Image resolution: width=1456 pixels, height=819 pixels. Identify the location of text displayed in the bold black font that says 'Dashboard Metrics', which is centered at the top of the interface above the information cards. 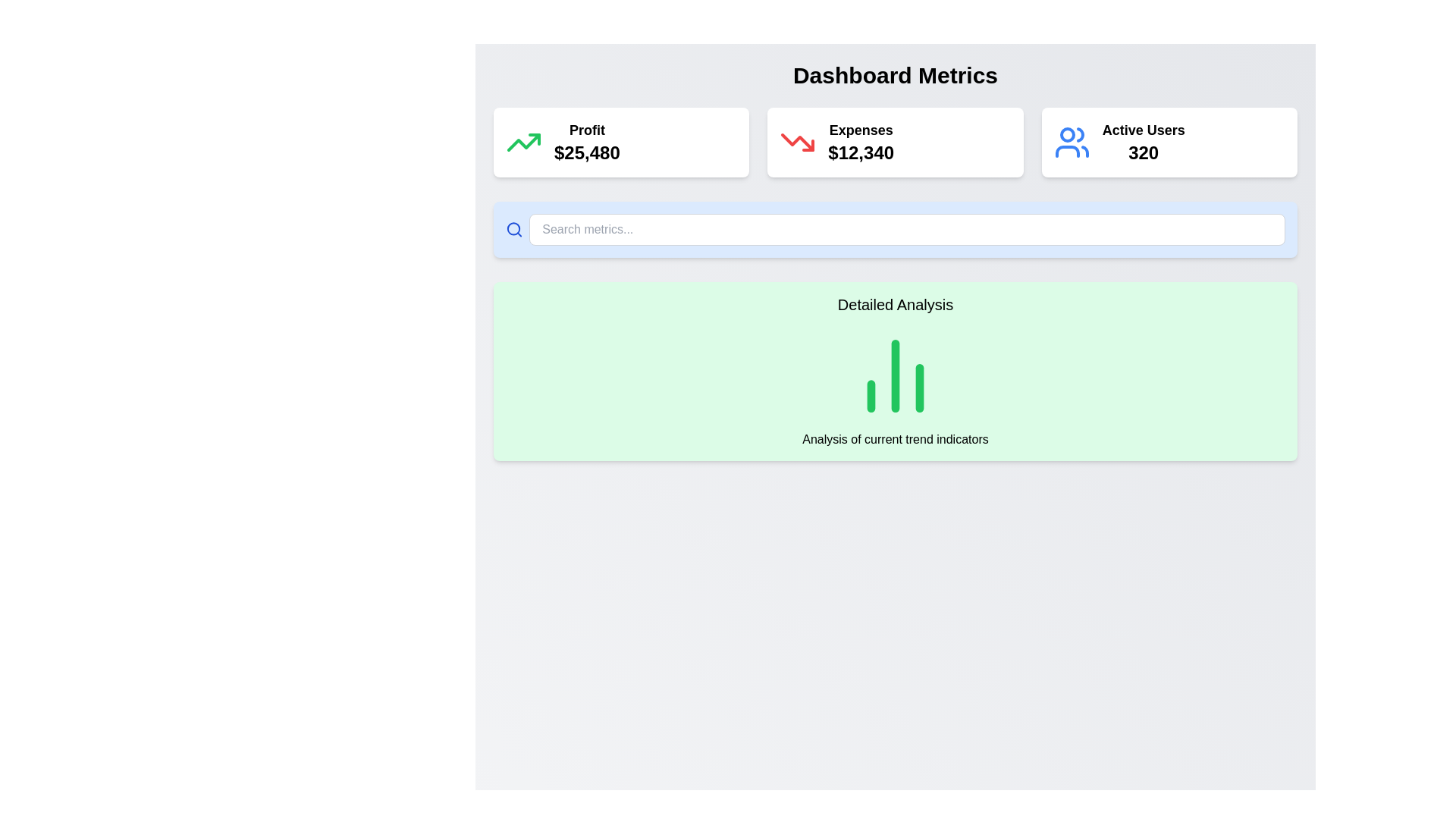
(895, 76).